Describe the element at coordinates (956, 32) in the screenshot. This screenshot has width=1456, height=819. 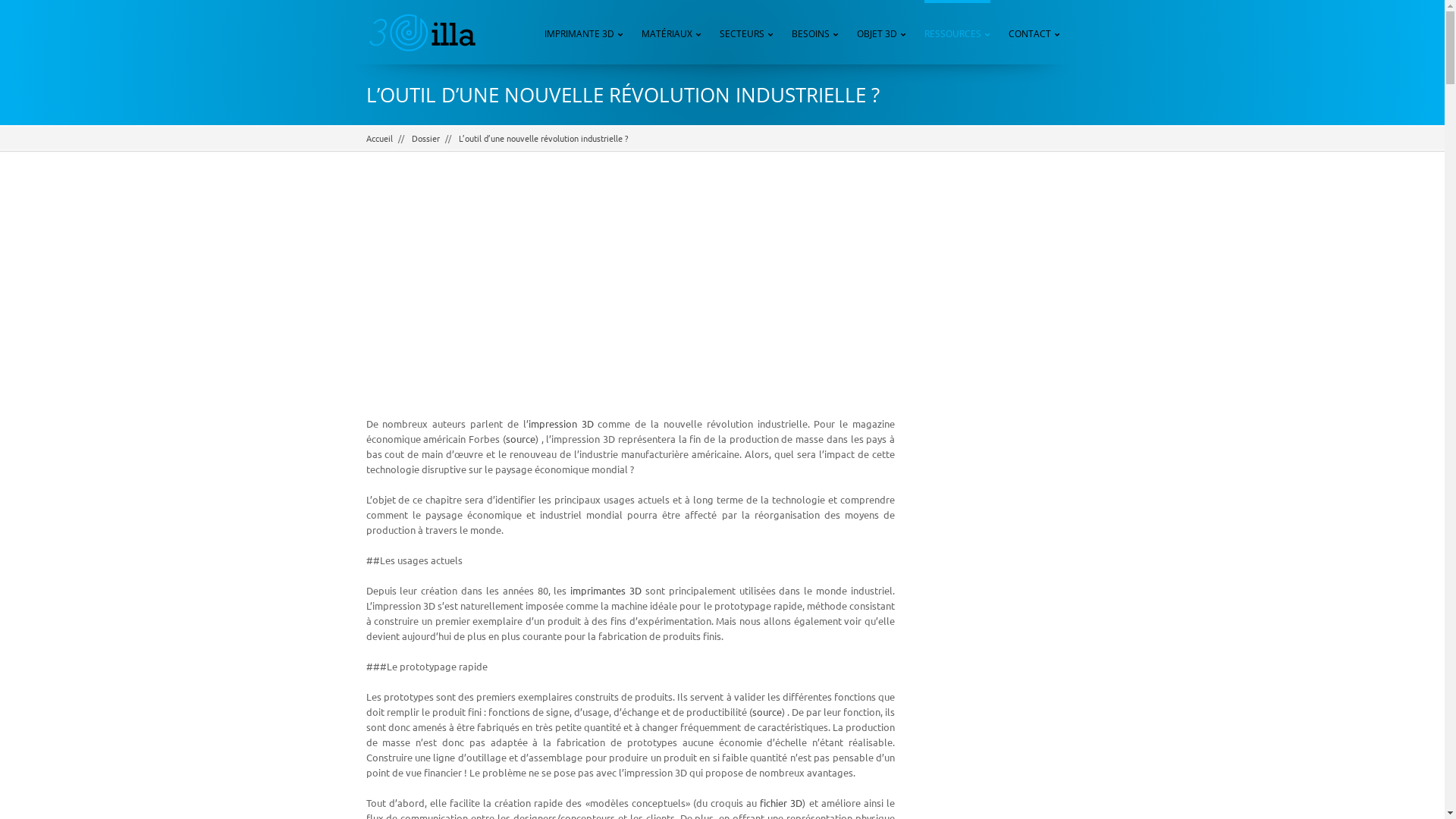
I see `'RESSOURCES'` at that location.